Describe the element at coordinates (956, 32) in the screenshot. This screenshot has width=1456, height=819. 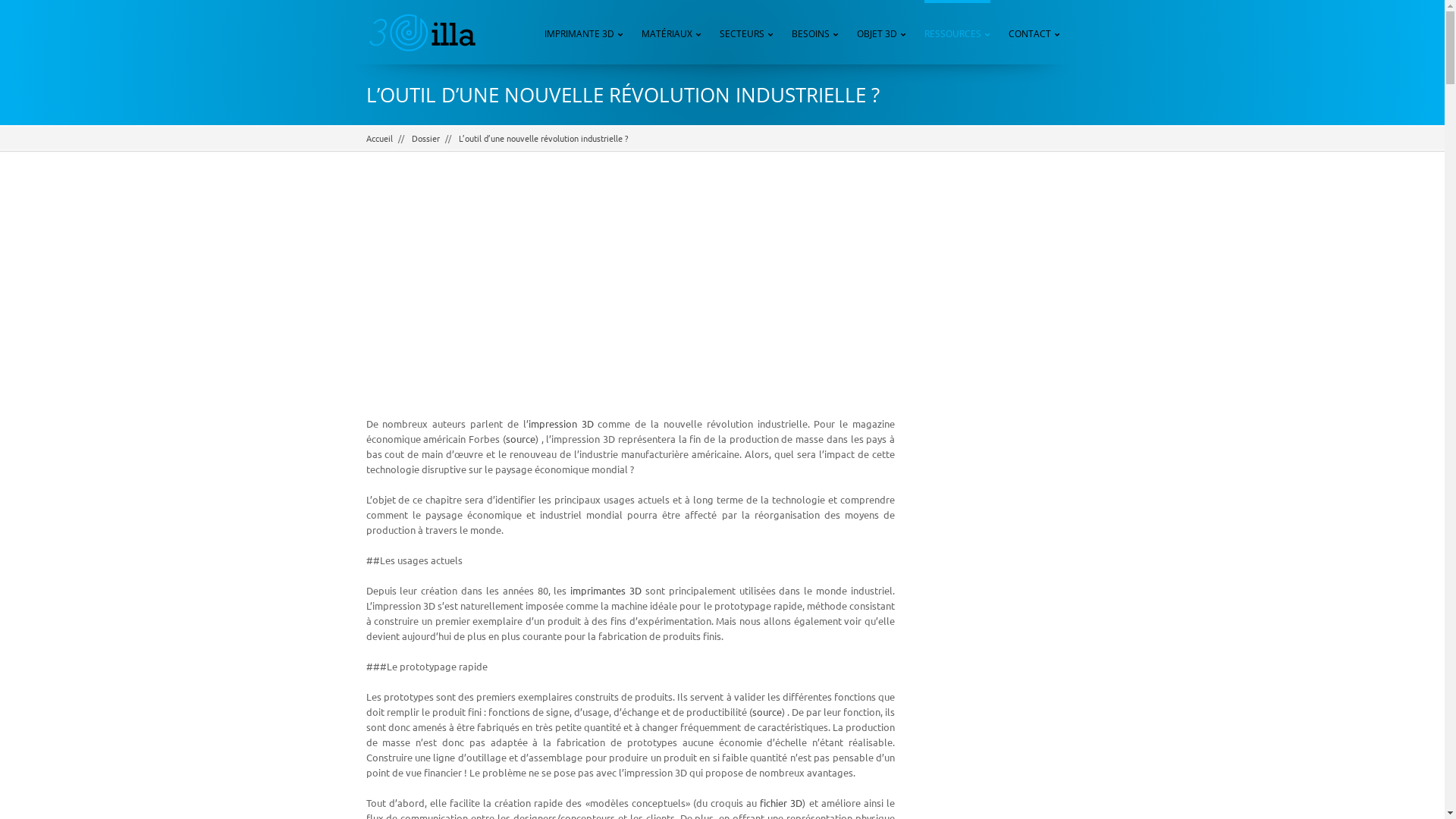
I see `'RESSOURCES'` at that location.